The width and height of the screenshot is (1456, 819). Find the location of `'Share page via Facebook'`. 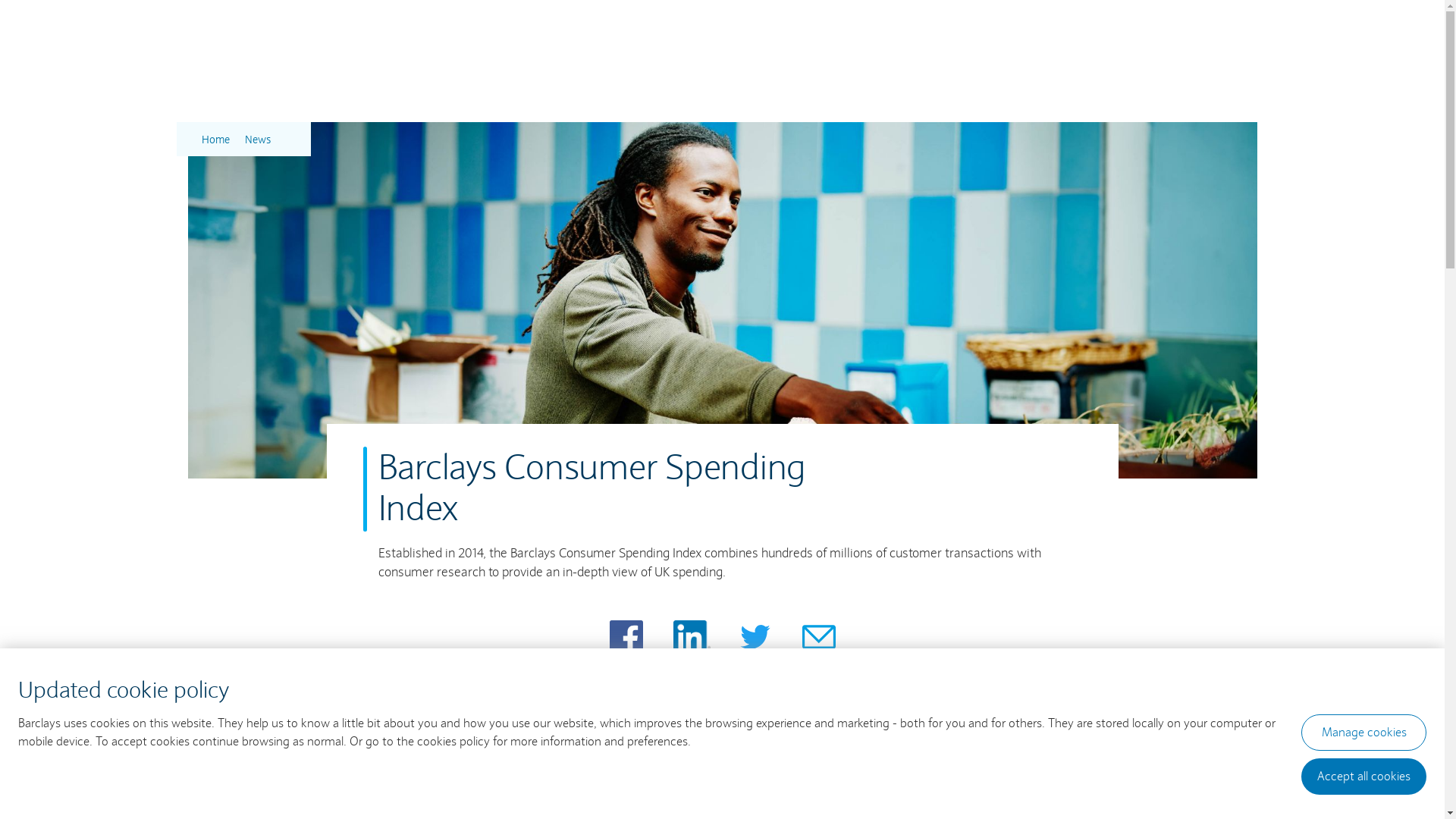

'Share page via Facebook' is located at coordinates (626, 637).